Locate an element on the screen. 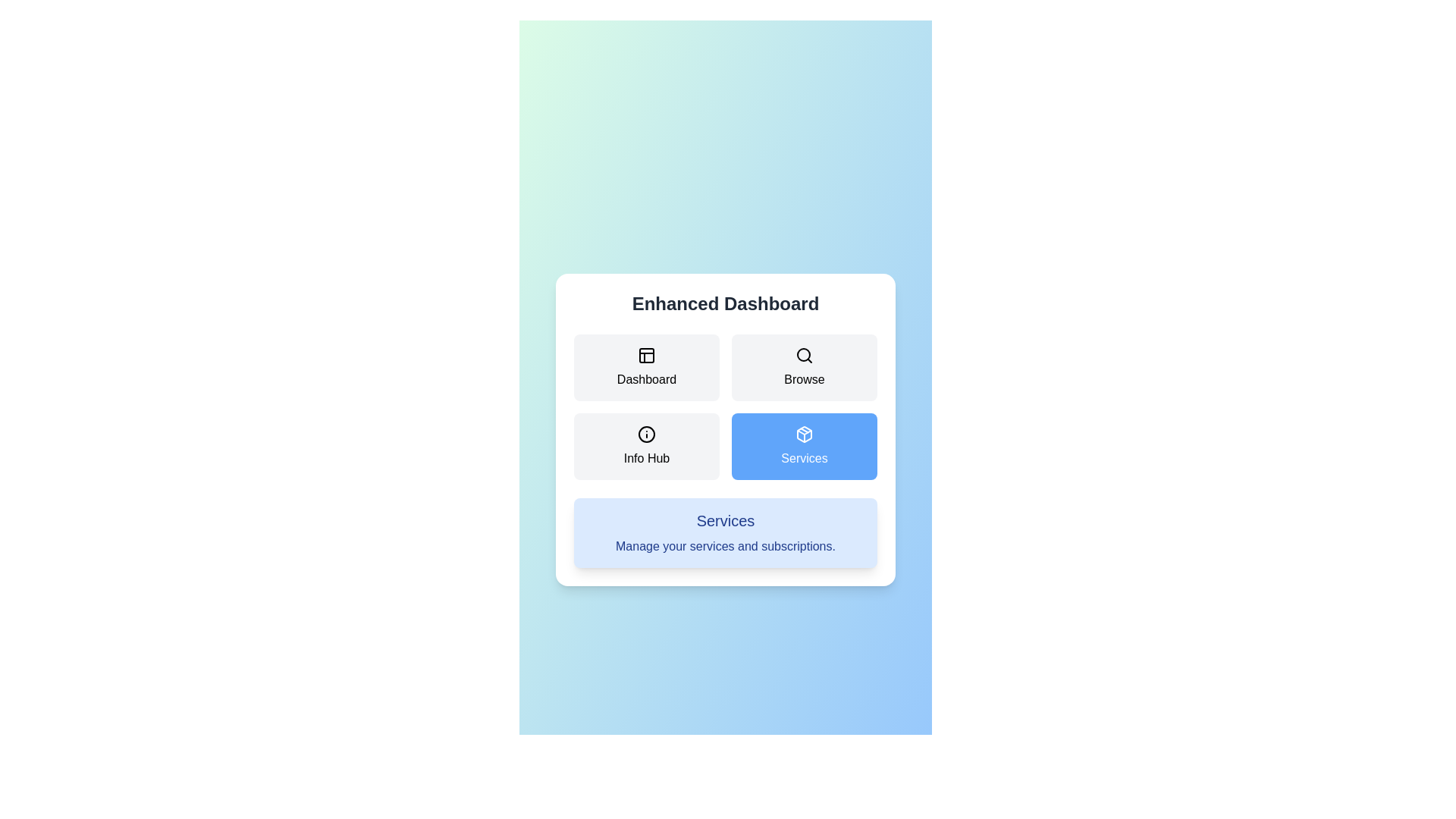 This screenshot has width=1456, height=819. the Info Hub tab by clicking on its button is located at coordinates (647, 446).